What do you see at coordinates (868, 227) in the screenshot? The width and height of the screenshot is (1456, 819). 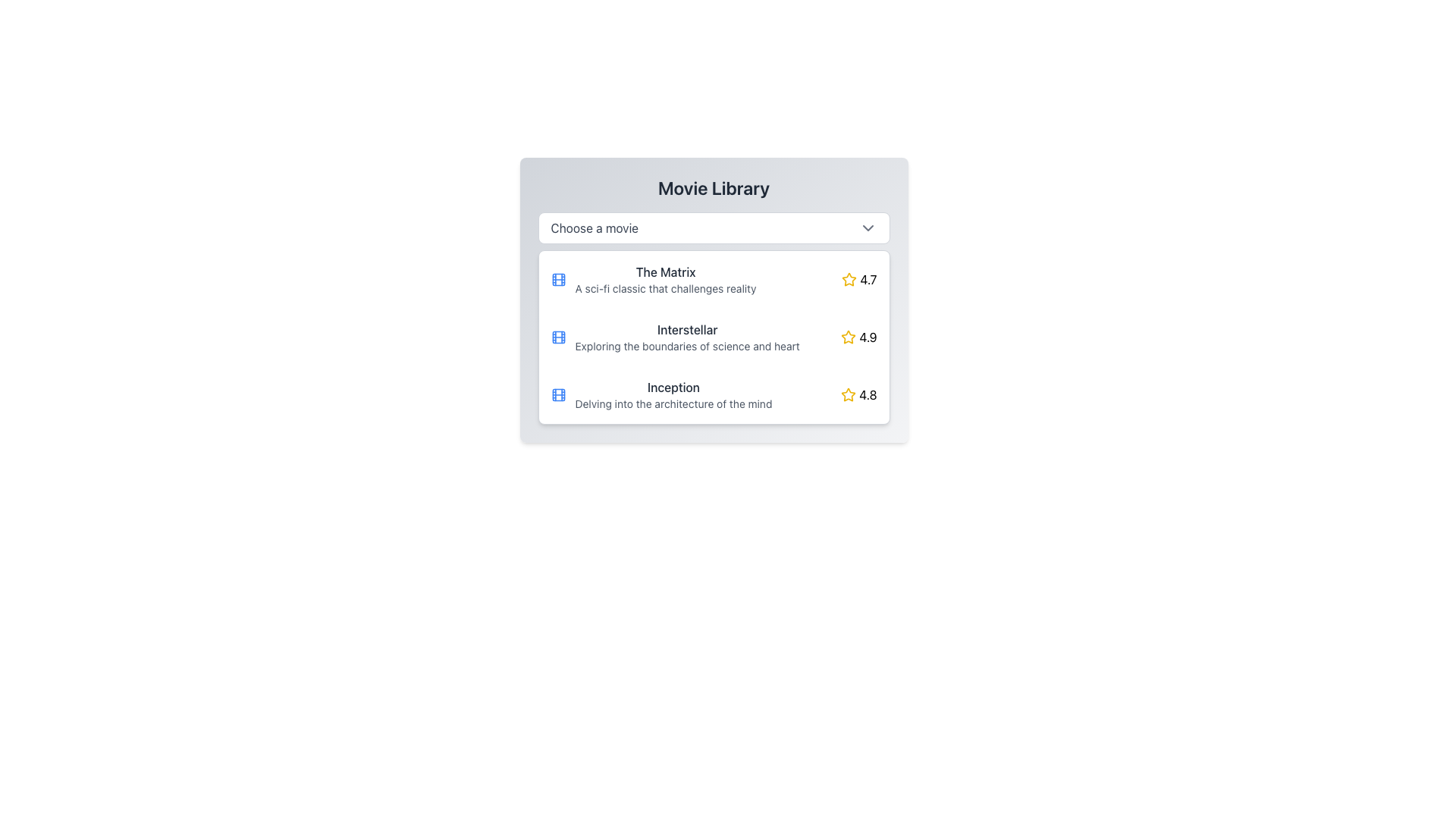 I see `the dropdown toggle icon located on the rightmost side of the 'Choose a movie' text input box` at bounding box center [868, 227].